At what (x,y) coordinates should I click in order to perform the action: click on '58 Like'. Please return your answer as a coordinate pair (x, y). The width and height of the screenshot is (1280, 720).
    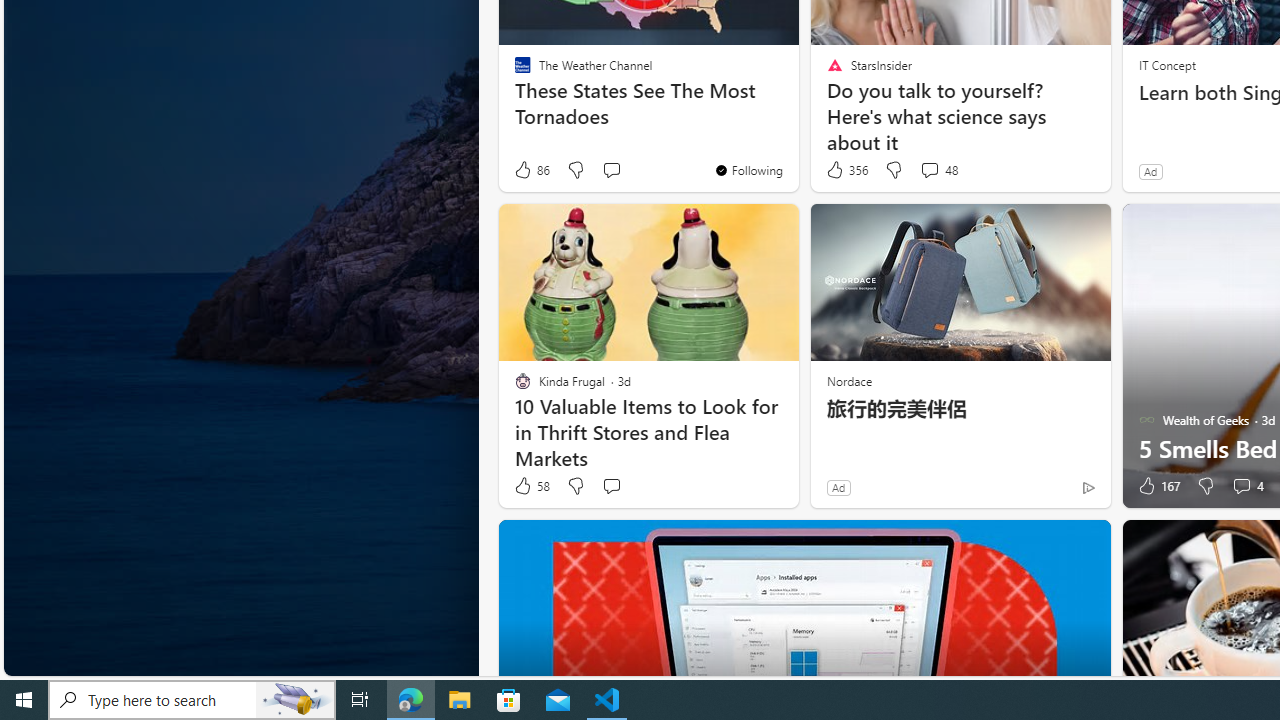
    Looking at the image, I should click on (531, 486).